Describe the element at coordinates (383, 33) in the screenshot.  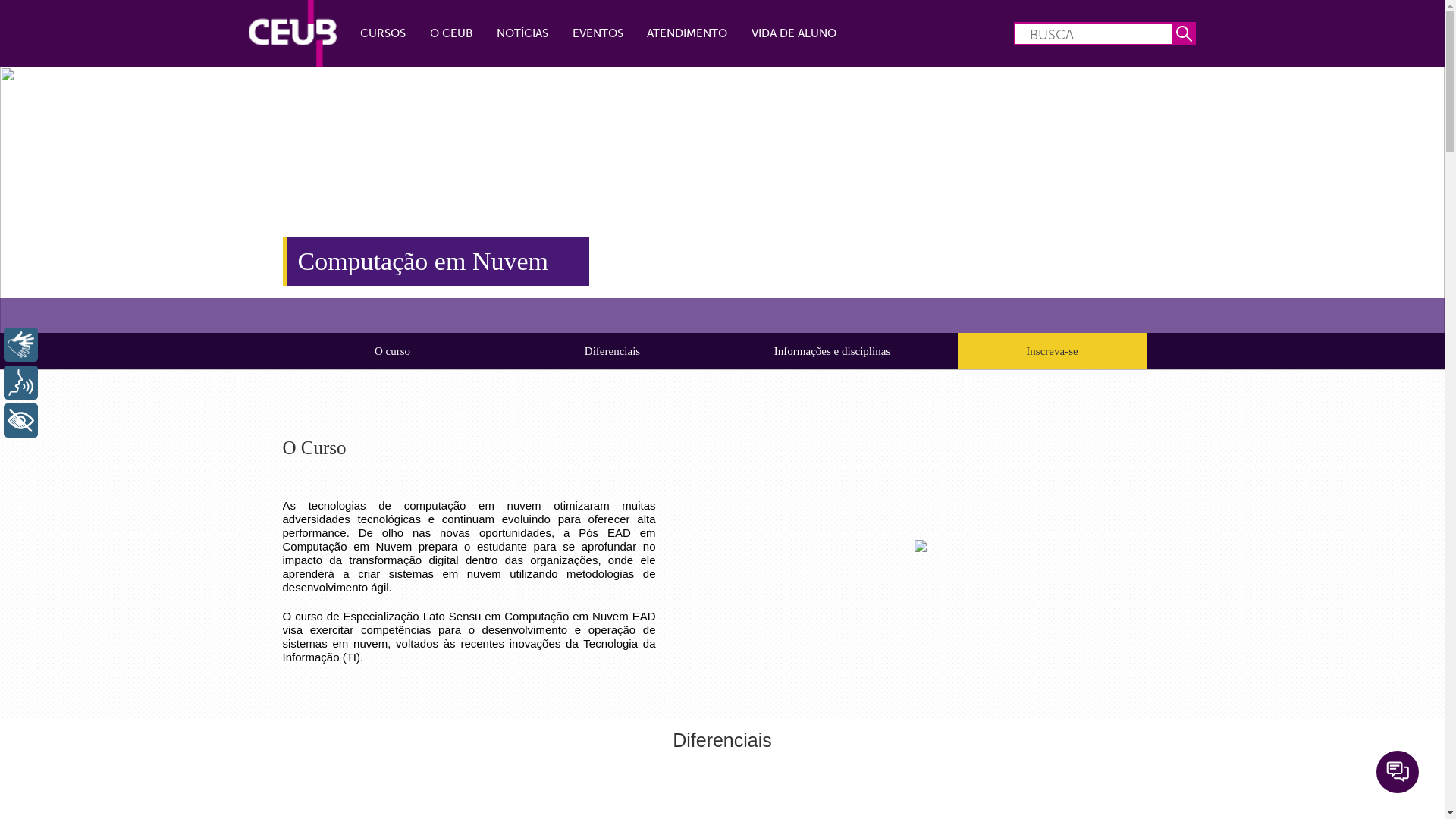
I see `'CURSOS'` at that location.